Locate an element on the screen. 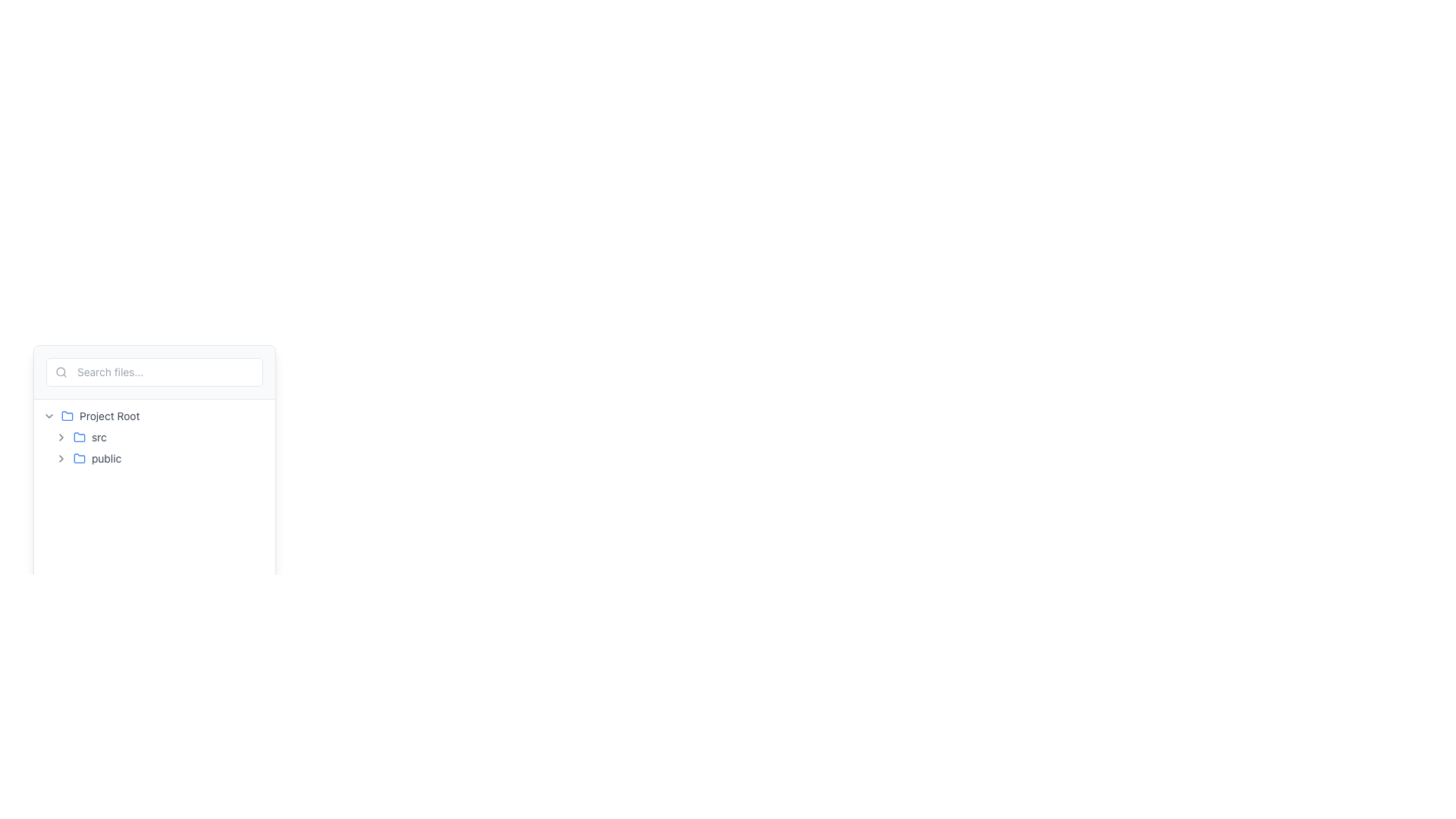 Image resolution: width=1456 pixels, height=819 pixels. the text label indicating 'public', which is positioned to the right of the folder icon is located at coordinates (87, 458).